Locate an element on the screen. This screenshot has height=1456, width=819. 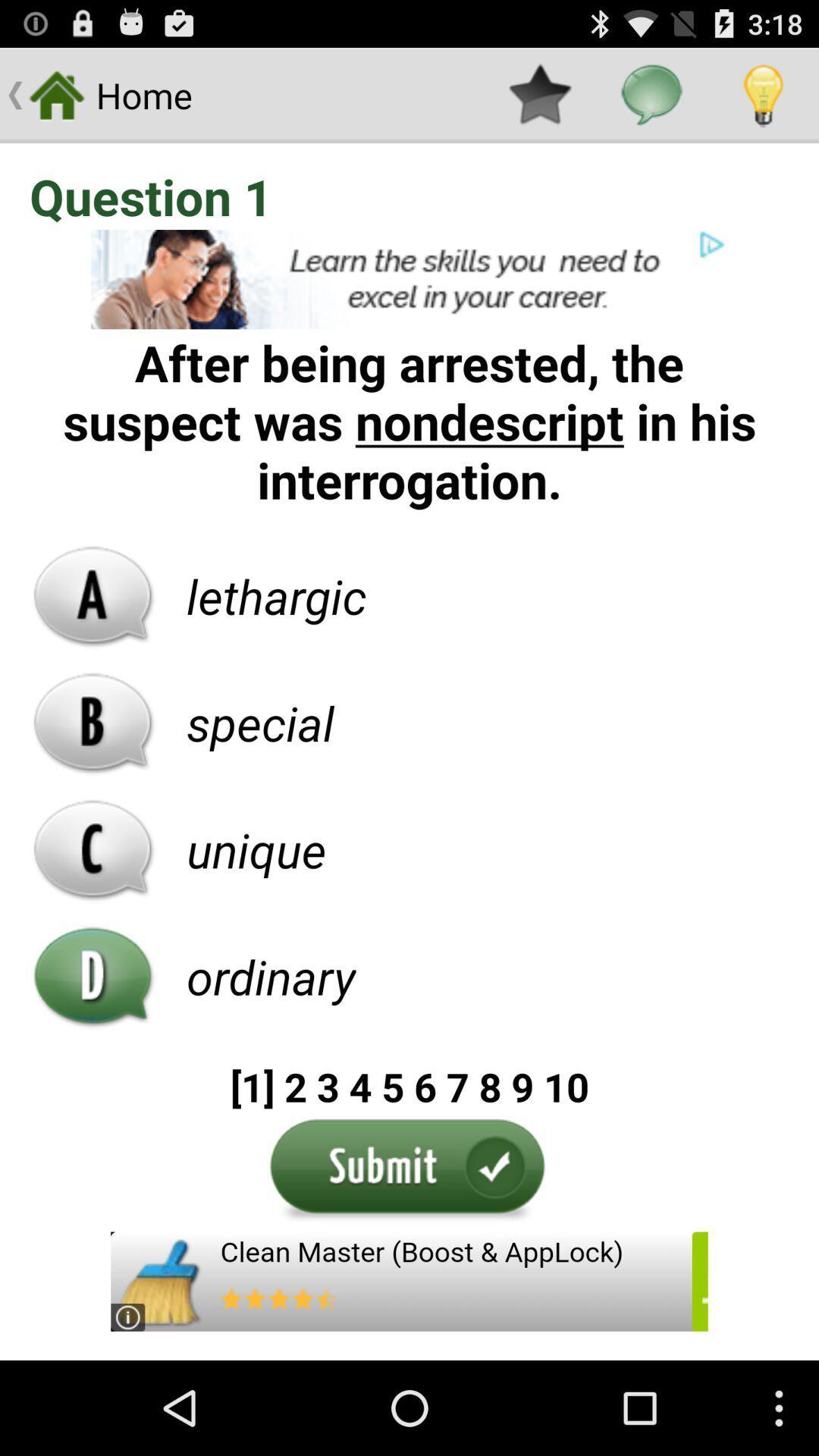
the icon beside ordinary is located at coordinates (93, 976).